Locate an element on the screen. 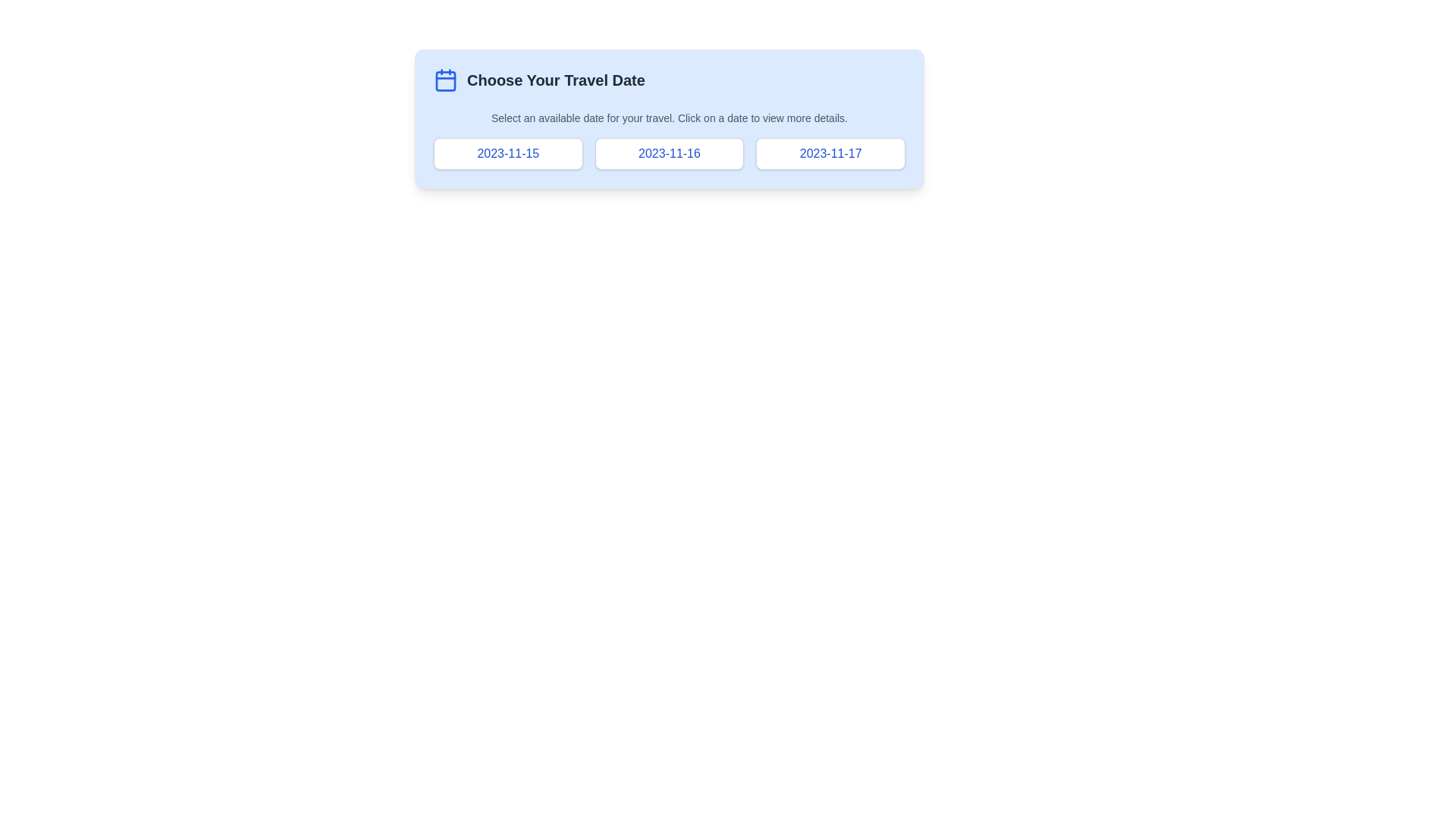  the decorative graphical element within the calendar icon located at the top left of the interface beside the text 'Choose Your Travel Date' is located at coordinates (445, 81).